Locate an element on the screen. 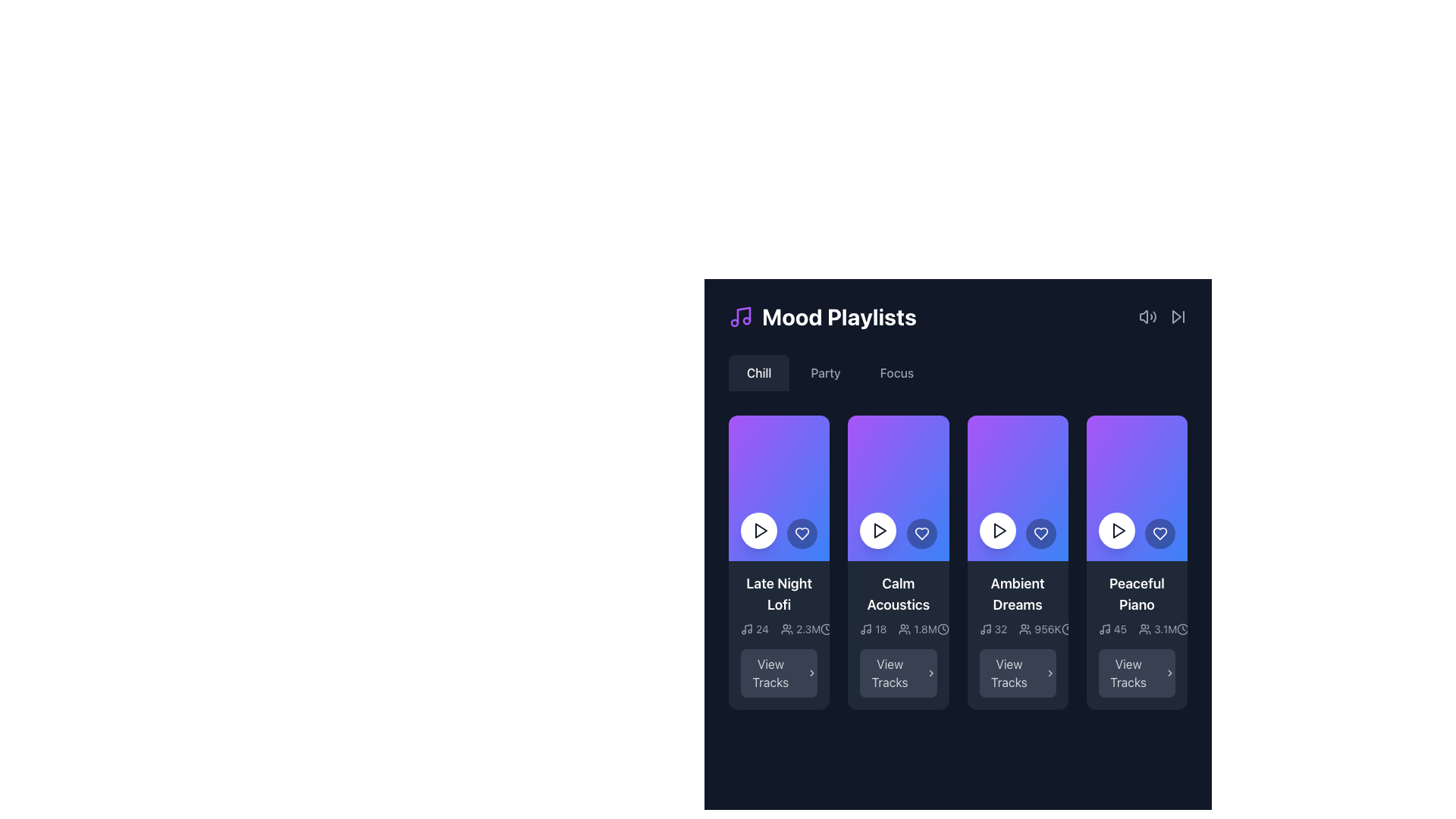 The height and width of the screenshot is (819, 1456). the user icon representing a group of people located to the left of the text '956K' associated with the 'Ambient Dreams' playlist is located at coordinates (1025, 629).